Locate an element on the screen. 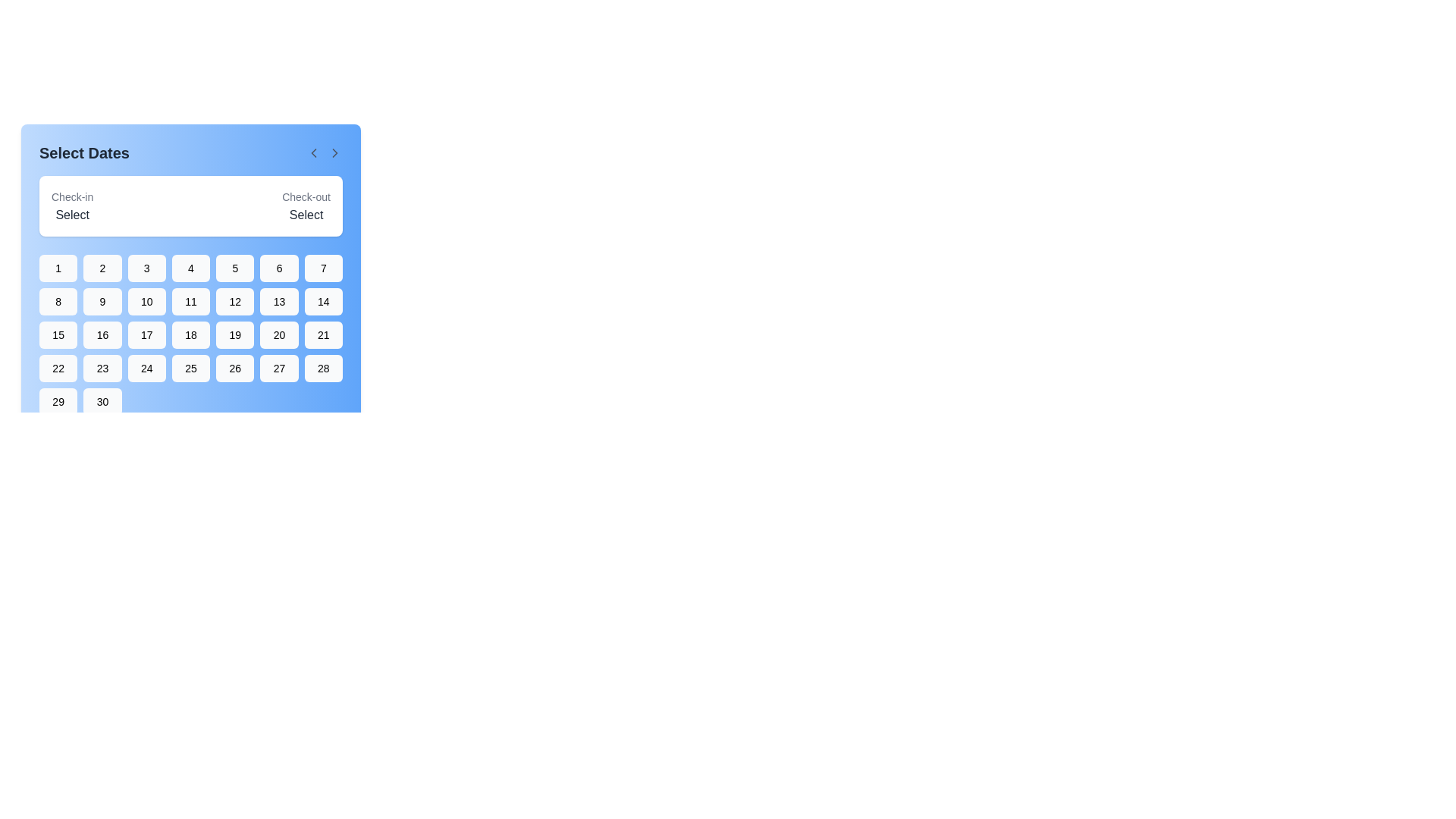  the button in the 'Select Dates' section that represents a selectable date in the calendar interface, located on the third row and fifth column of a 7x5 grid layout is located at coordinates (234, 334).